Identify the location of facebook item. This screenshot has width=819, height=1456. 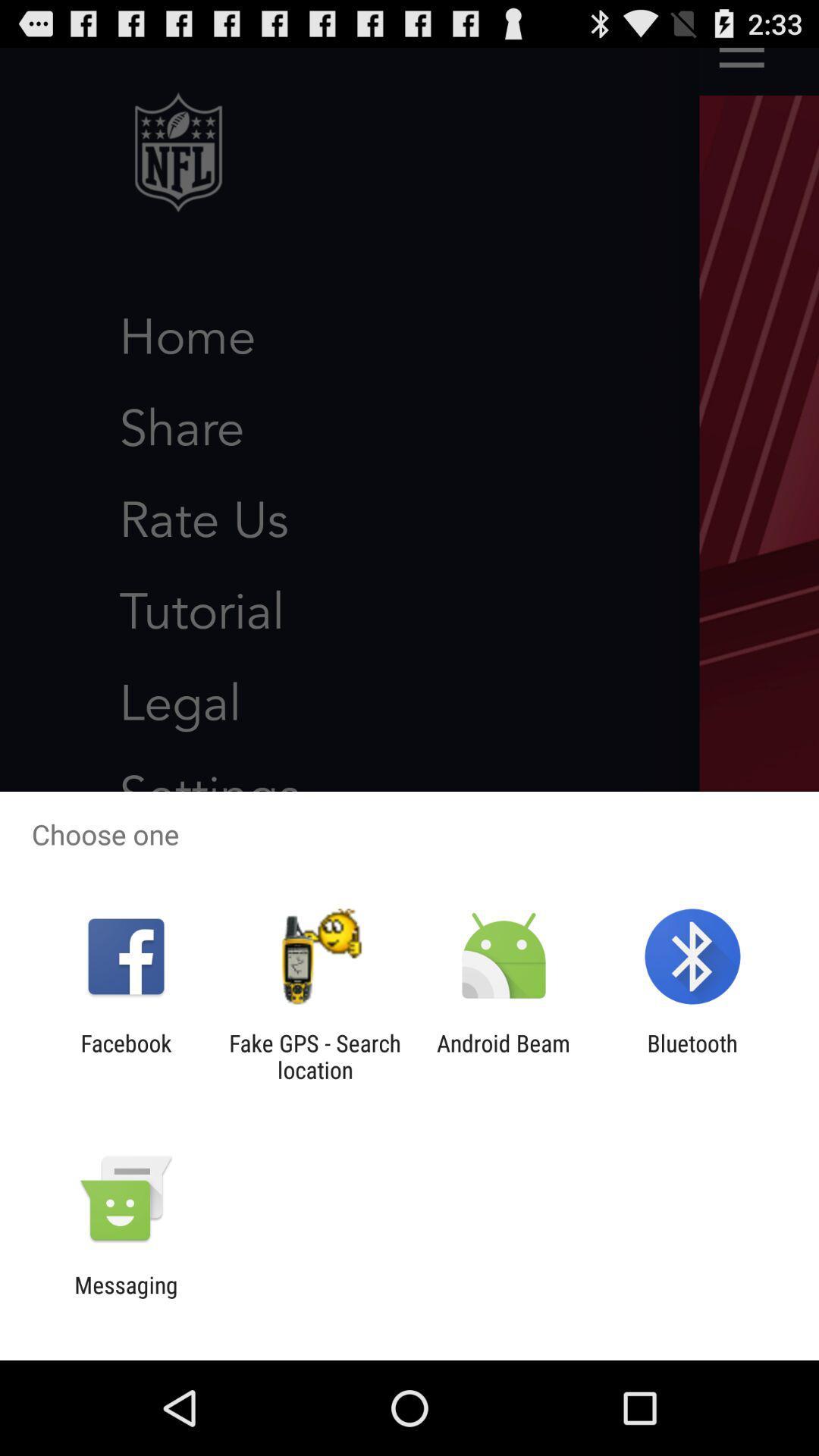
(125, 1056).